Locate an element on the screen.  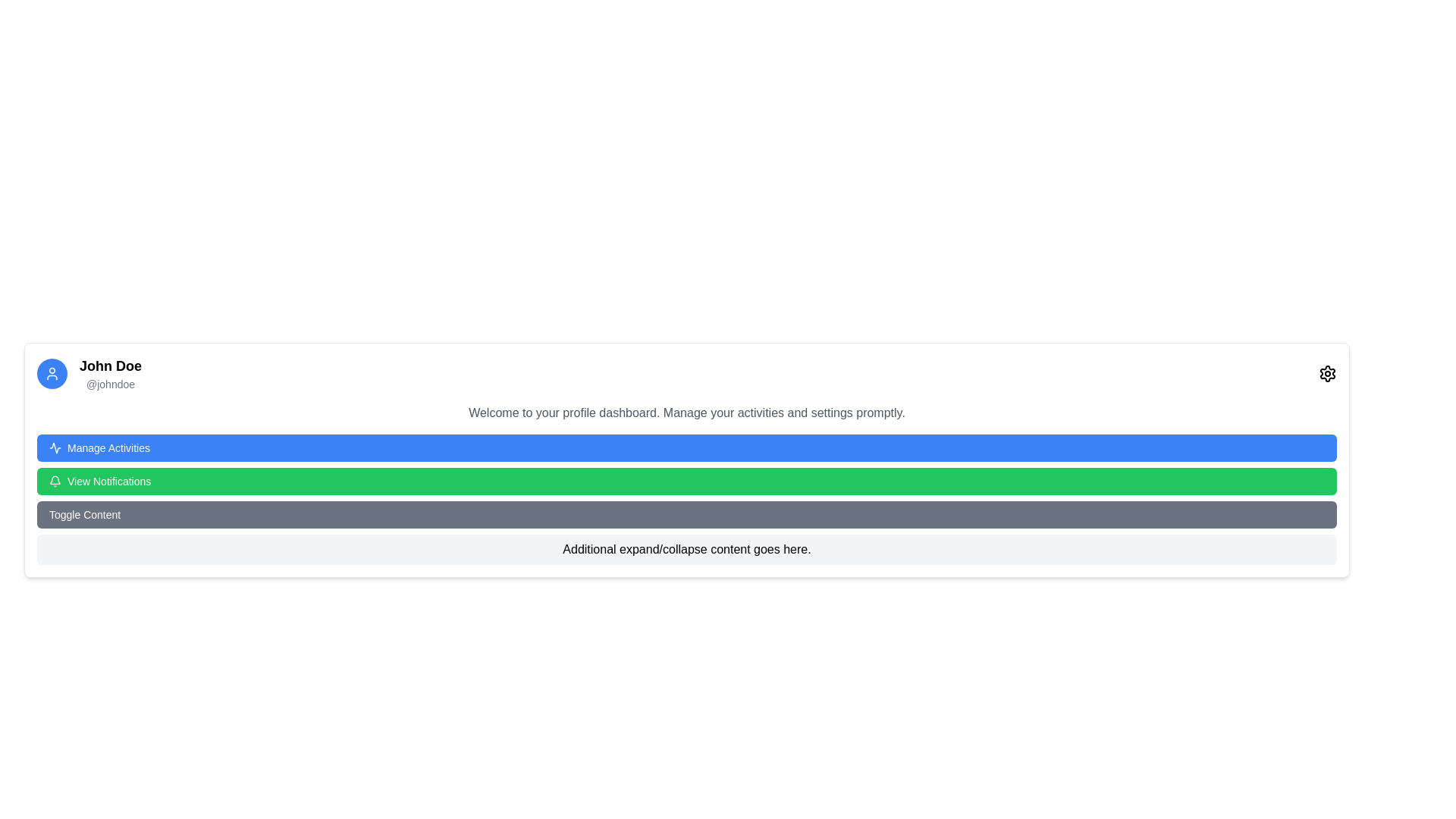
the username or handle text label positioned directly underneath 'John Doe' in the profile section is located at coordinates (109, 383).